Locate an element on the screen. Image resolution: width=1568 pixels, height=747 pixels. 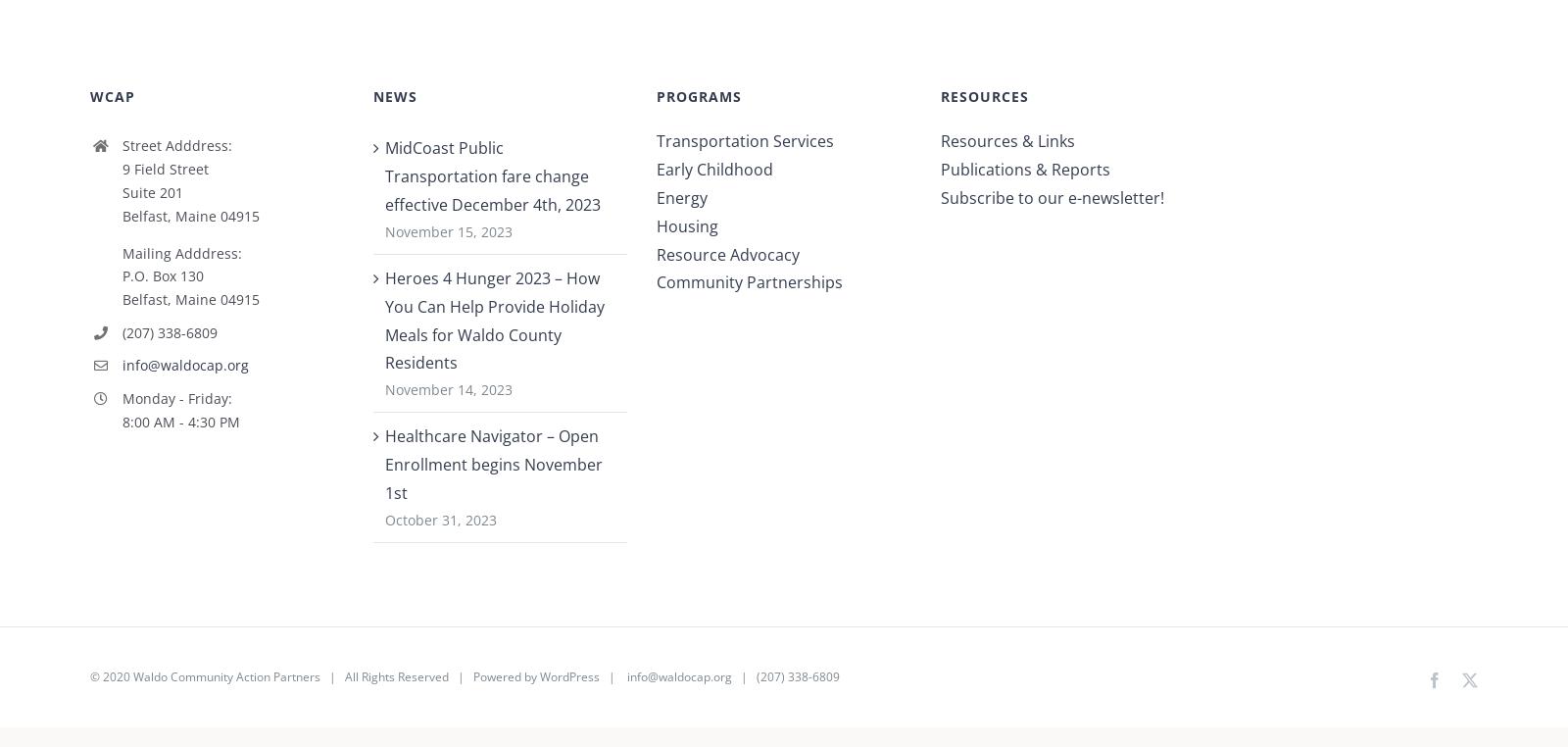
'WordPress' is located at coordinates (567, 683).